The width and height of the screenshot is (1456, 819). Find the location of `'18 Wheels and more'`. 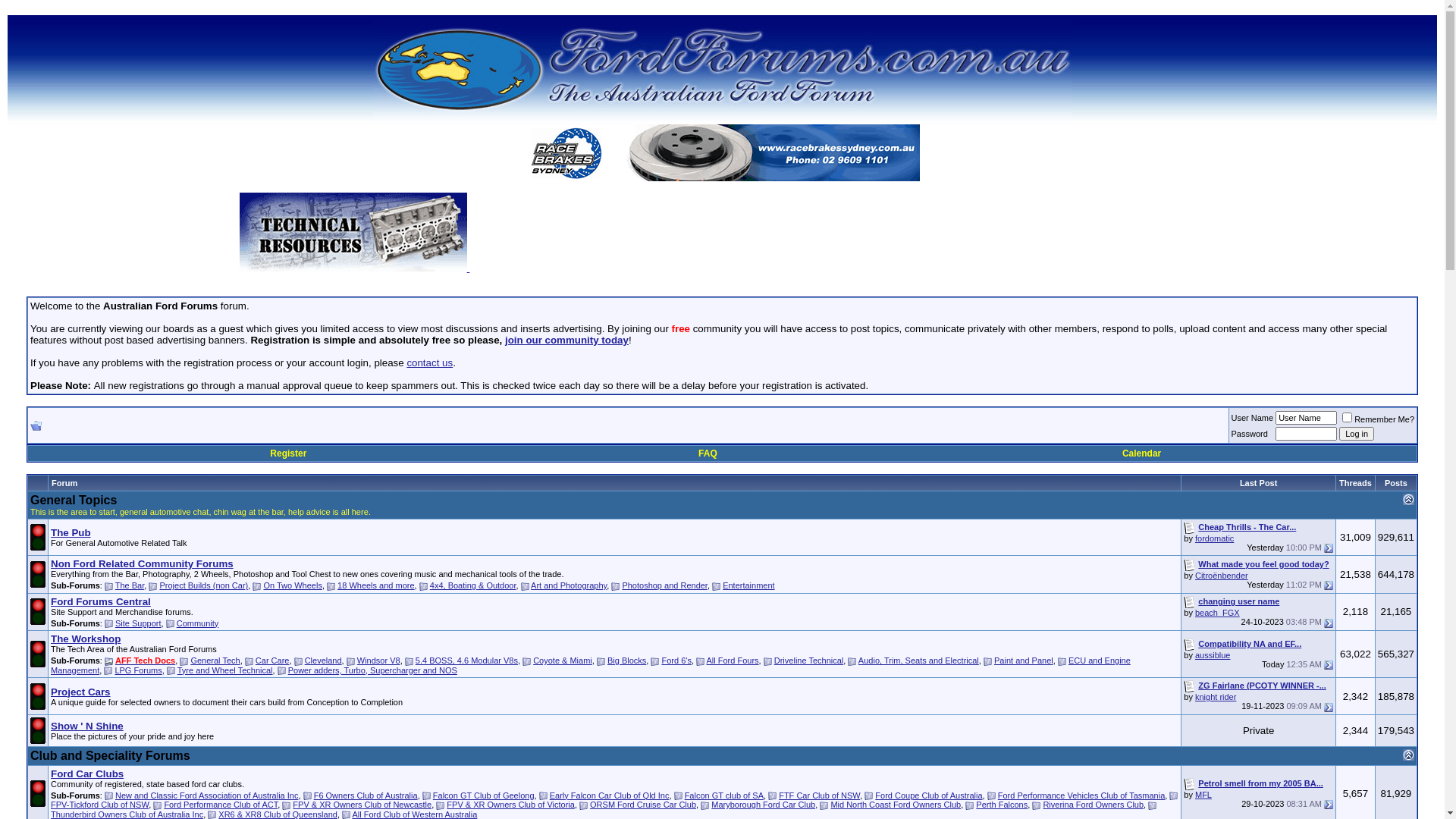

'18 Wheels and more' is located at coordinates (375, 584).